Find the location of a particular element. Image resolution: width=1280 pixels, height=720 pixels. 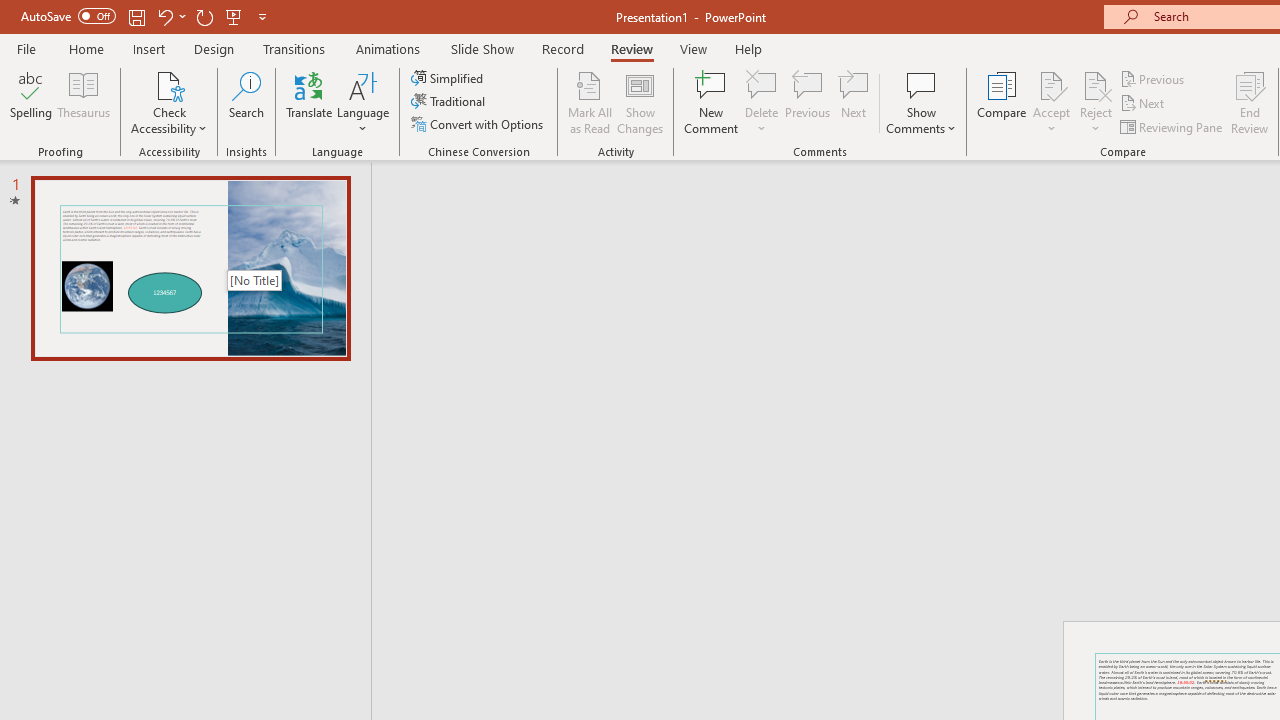

'Accept Change' is located at coordinates (1050, 84).